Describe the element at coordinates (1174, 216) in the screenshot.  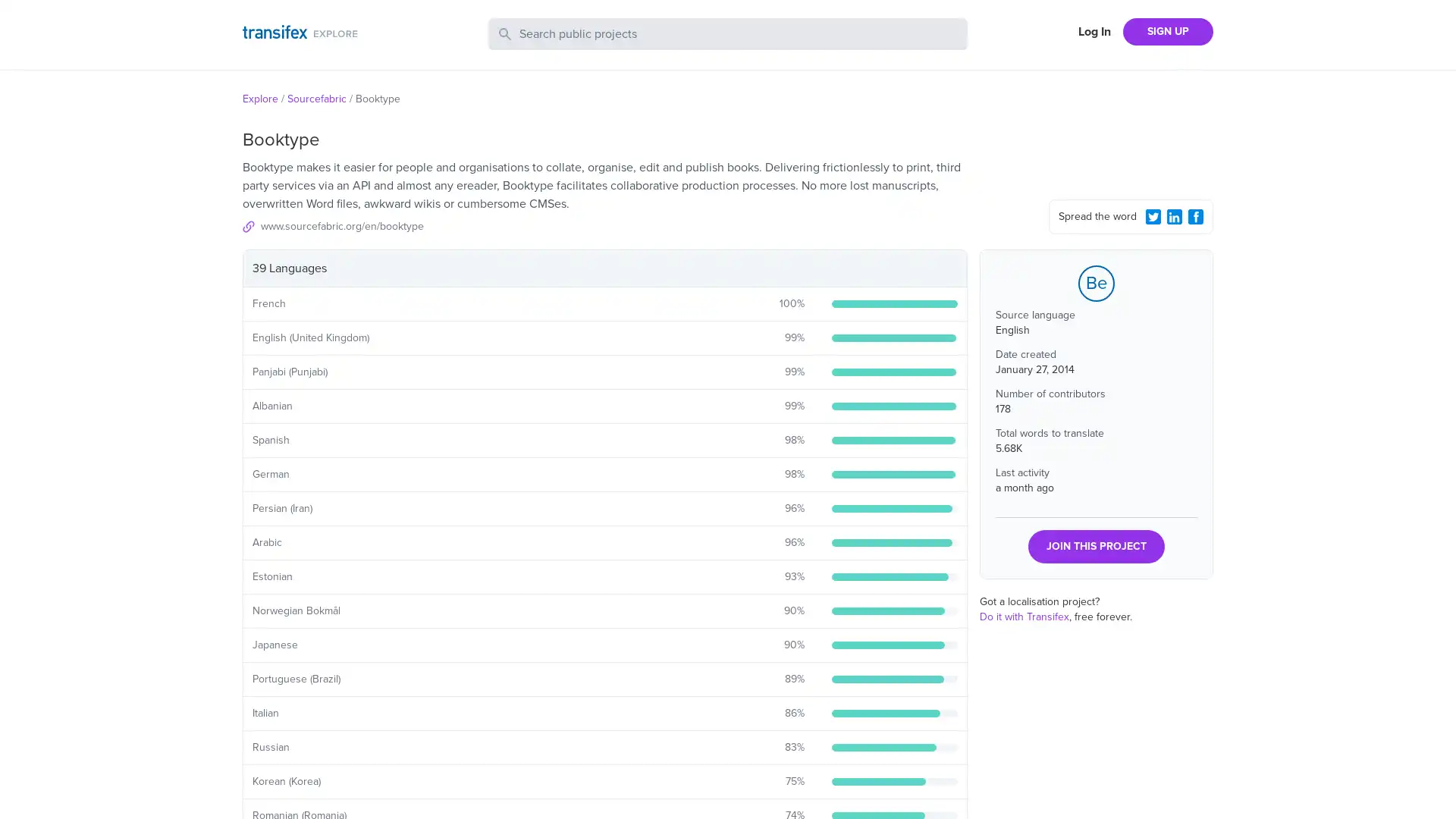
I see `LinkedIn Share` at that location.